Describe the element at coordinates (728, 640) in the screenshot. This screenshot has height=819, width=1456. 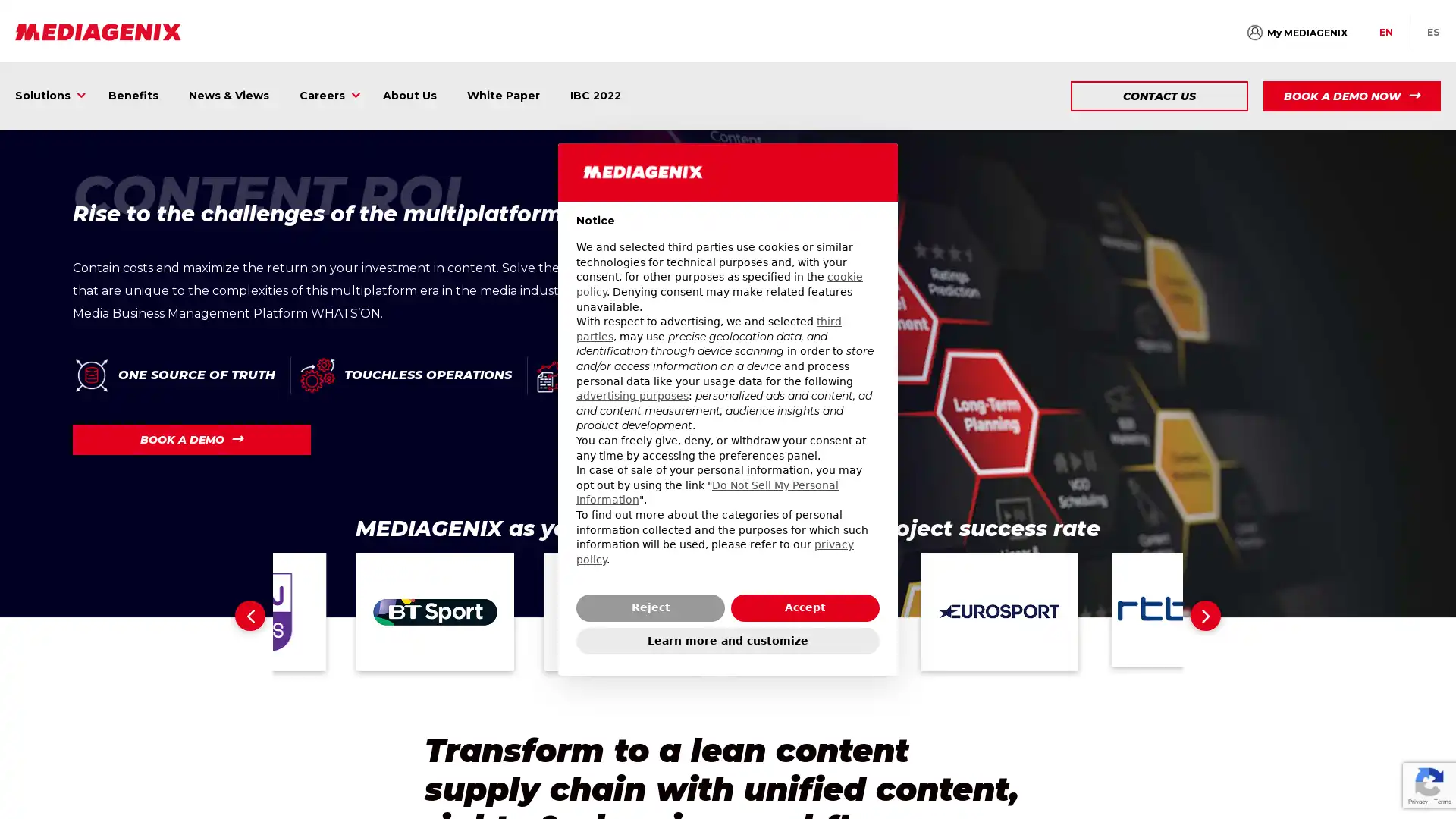
I see `Learn more and customize` at that location.